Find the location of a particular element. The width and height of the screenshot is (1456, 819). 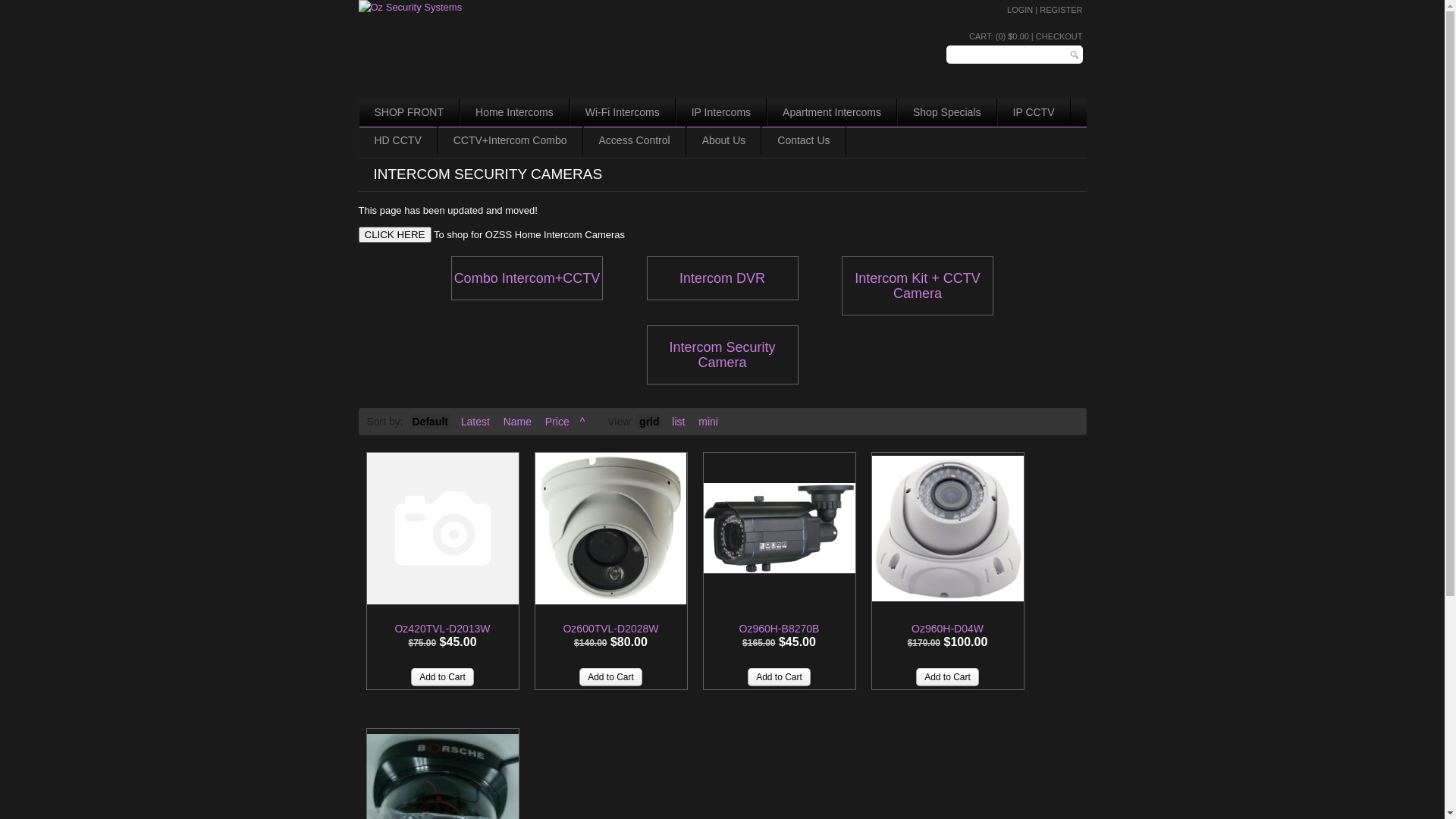

'Contact Us' is located at coordinates (802, 140).